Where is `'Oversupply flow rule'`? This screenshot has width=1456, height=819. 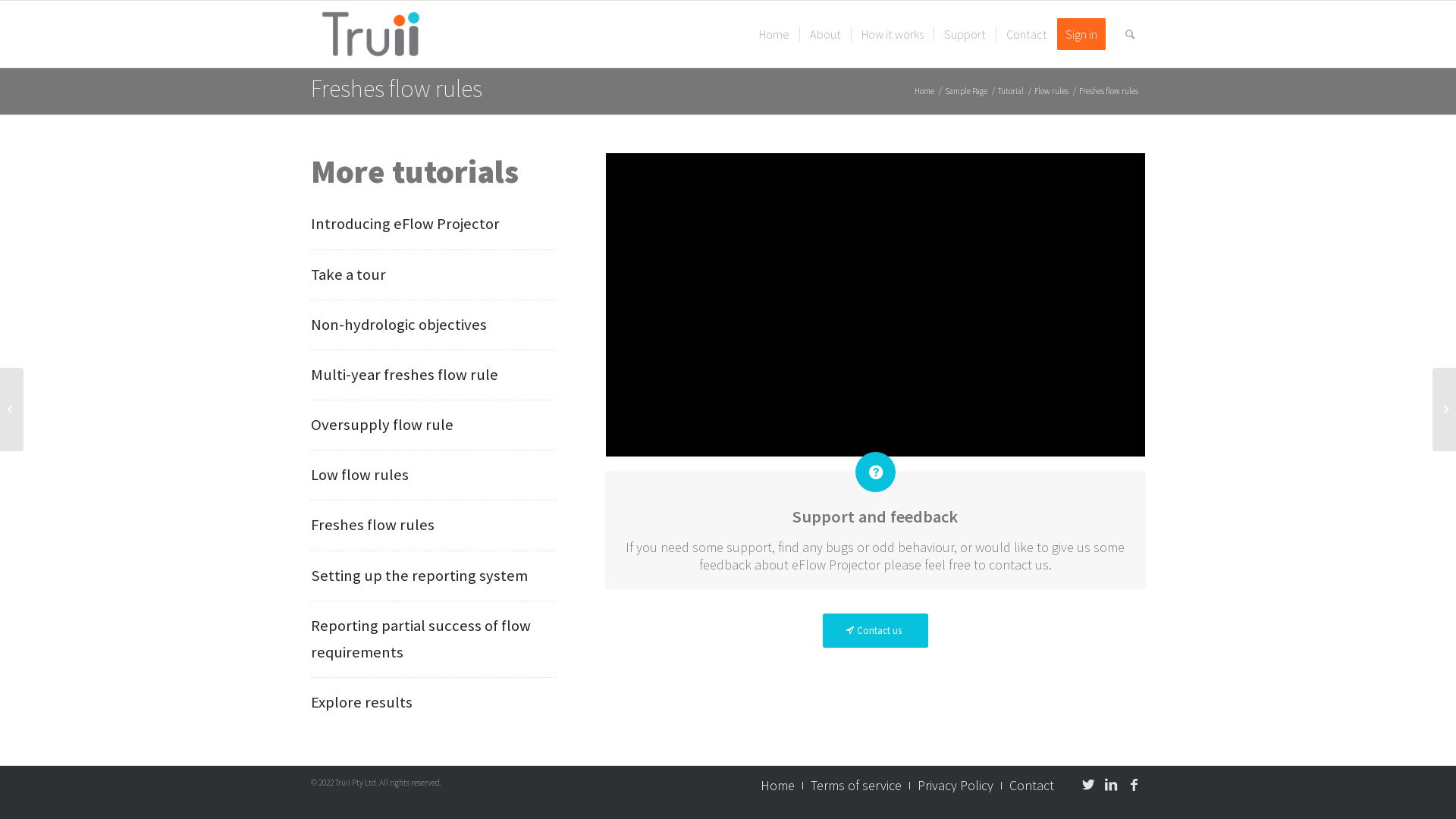
'Oversupply flow rule' is located at coordinates (382, 424).